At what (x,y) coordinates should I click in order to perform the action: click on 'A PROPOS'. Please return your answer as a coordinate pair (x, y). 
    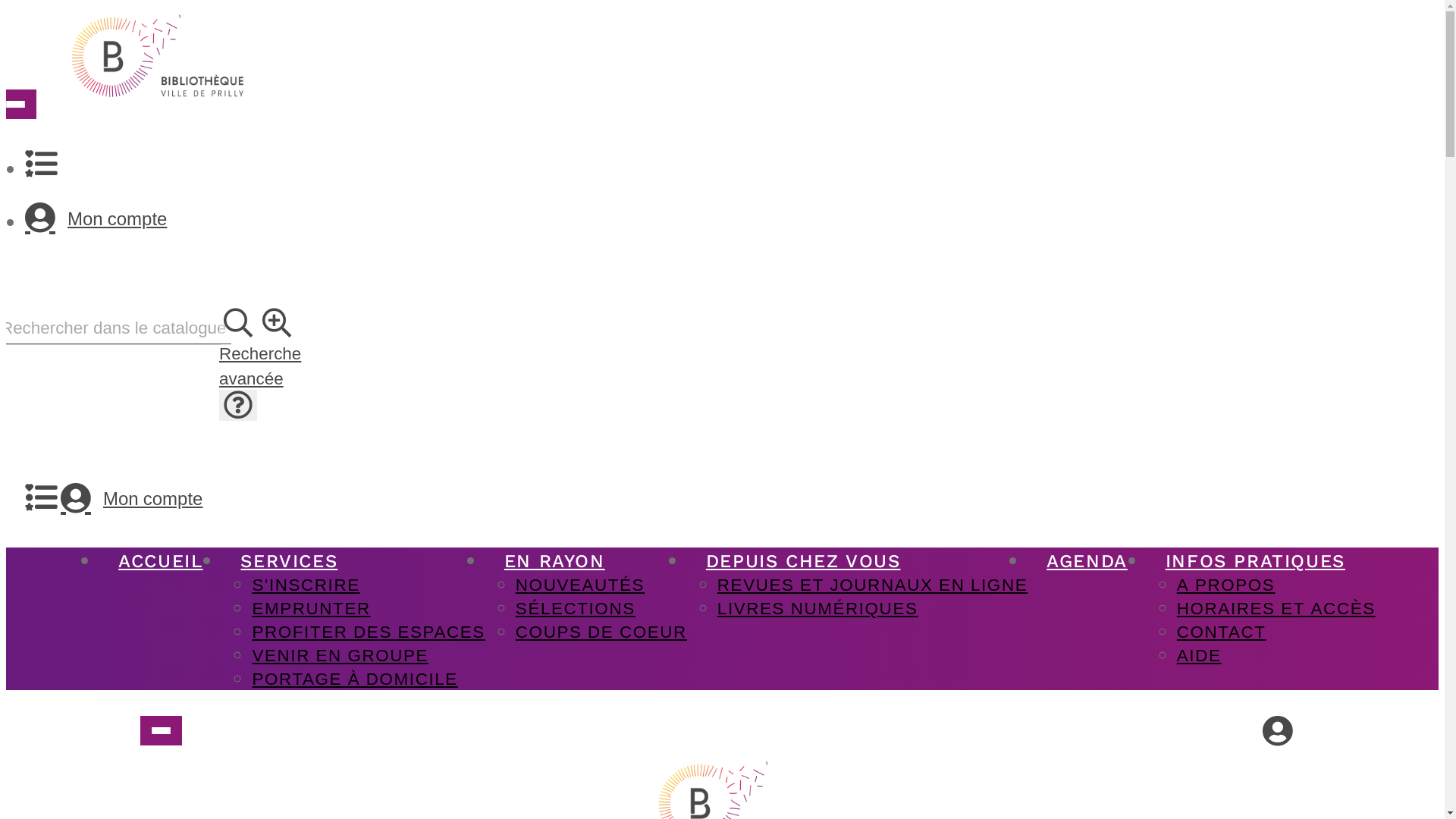
    Looking at the image, I should click on (1226, 583).